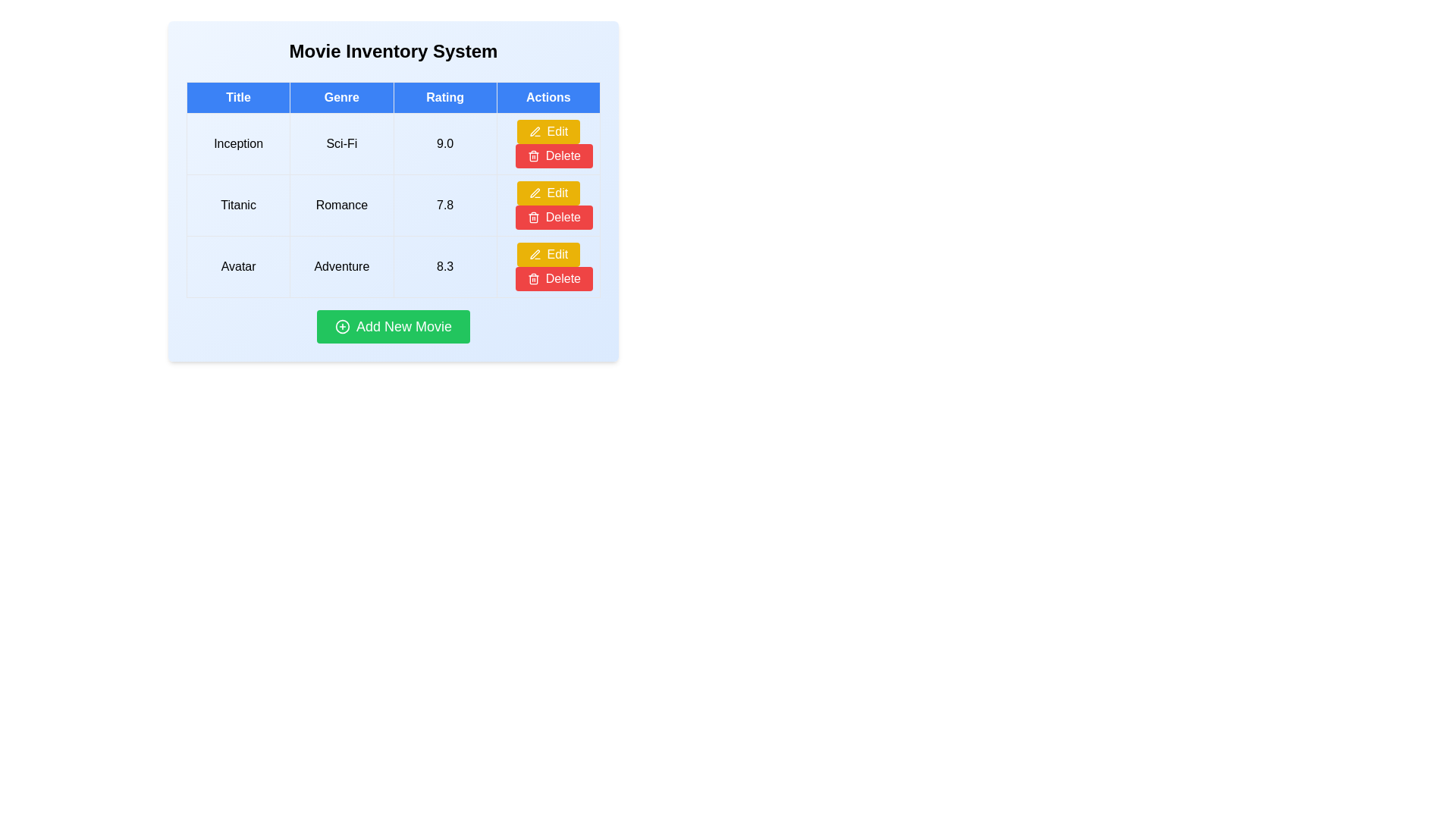 The height and width of the screenshot is (819, 1456). I want to click on the label indicating the genre of the movie in the second column of the first row of the table, which is adjacent to 'Inception' on the left and '9.0' on the right, so click(340, 143).